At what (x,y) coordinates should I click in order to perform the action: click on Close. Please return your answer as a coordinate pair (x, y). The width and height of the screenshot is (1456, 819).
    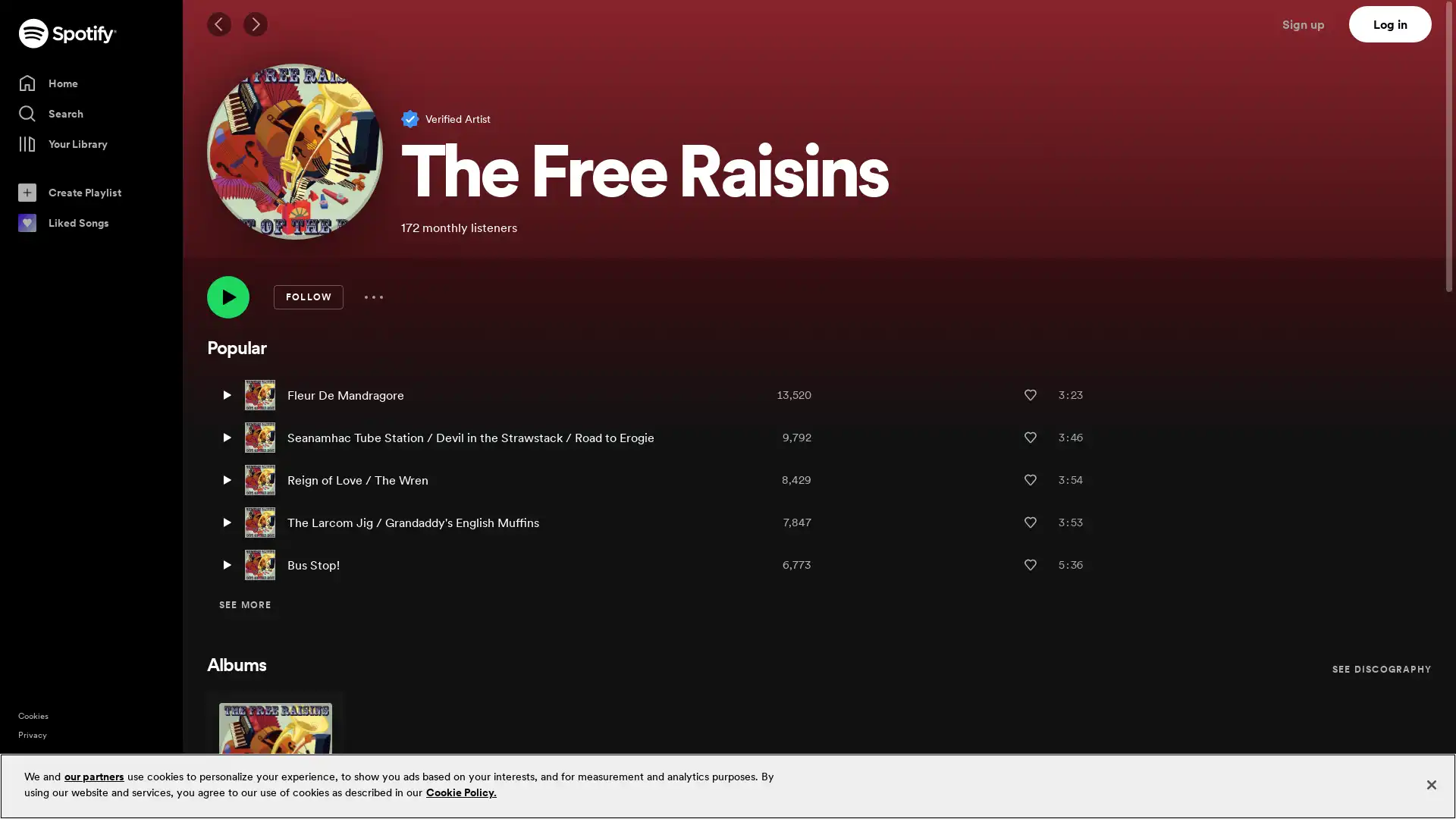
    Looking at the image, I should click on (1430, 784).